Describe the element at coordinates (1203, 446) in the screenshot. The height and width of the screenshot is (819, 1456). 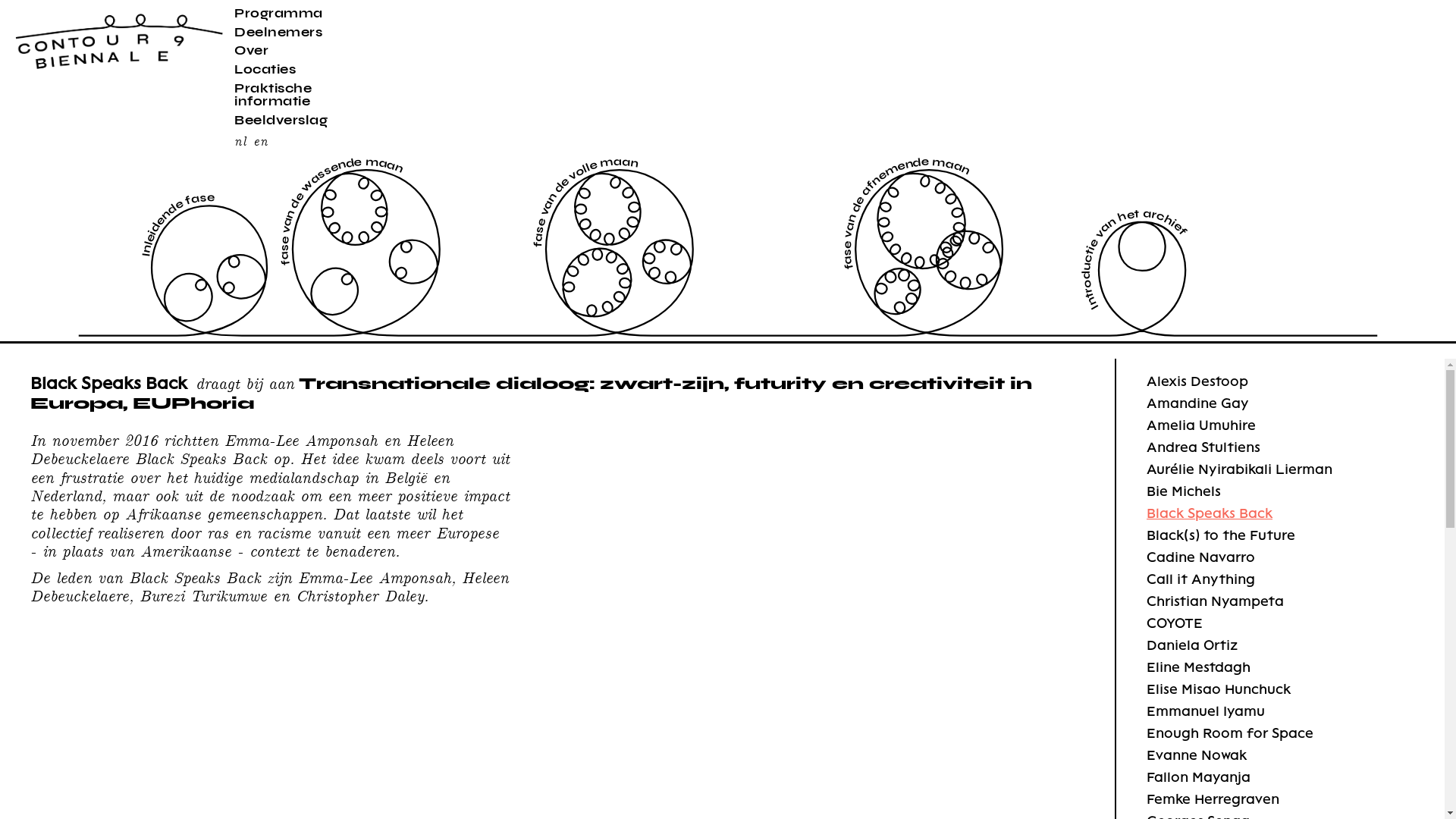
I see `'Andrea Stultiens'` at that location.